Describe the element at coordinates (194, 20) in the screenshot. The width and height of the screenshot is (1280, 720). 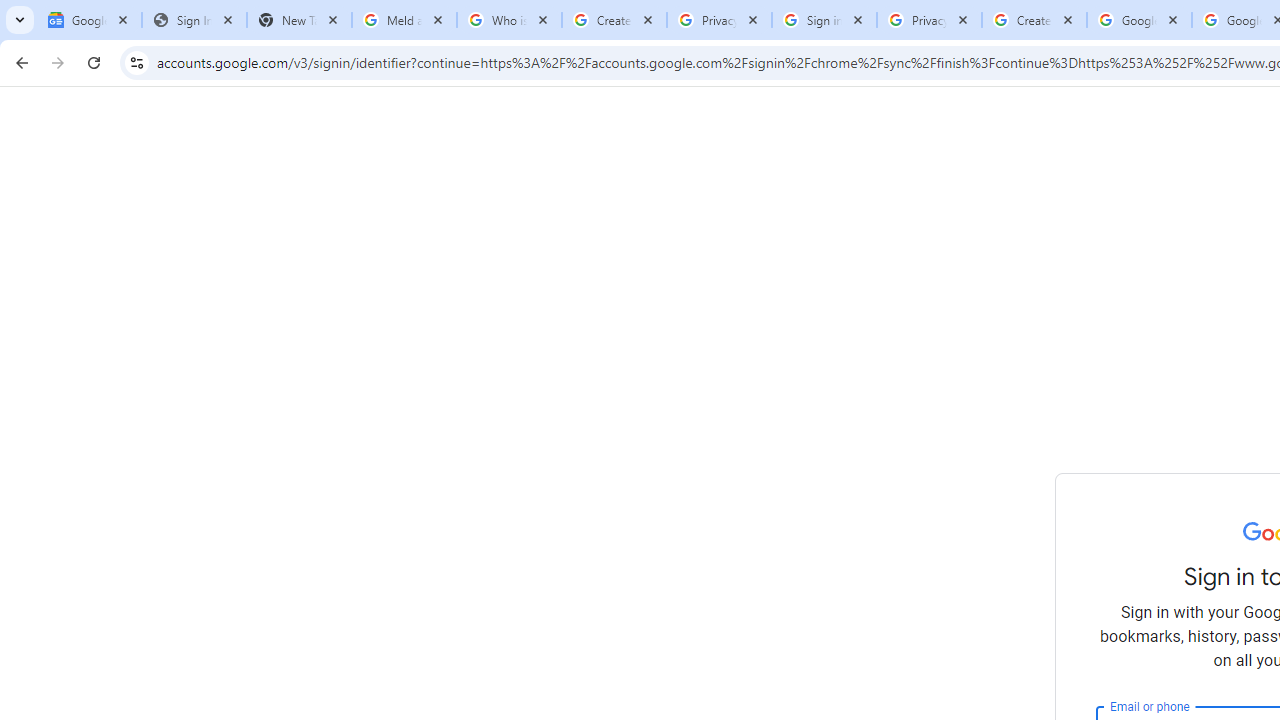
I see `'Sign In - USA TODAY'` at that location.